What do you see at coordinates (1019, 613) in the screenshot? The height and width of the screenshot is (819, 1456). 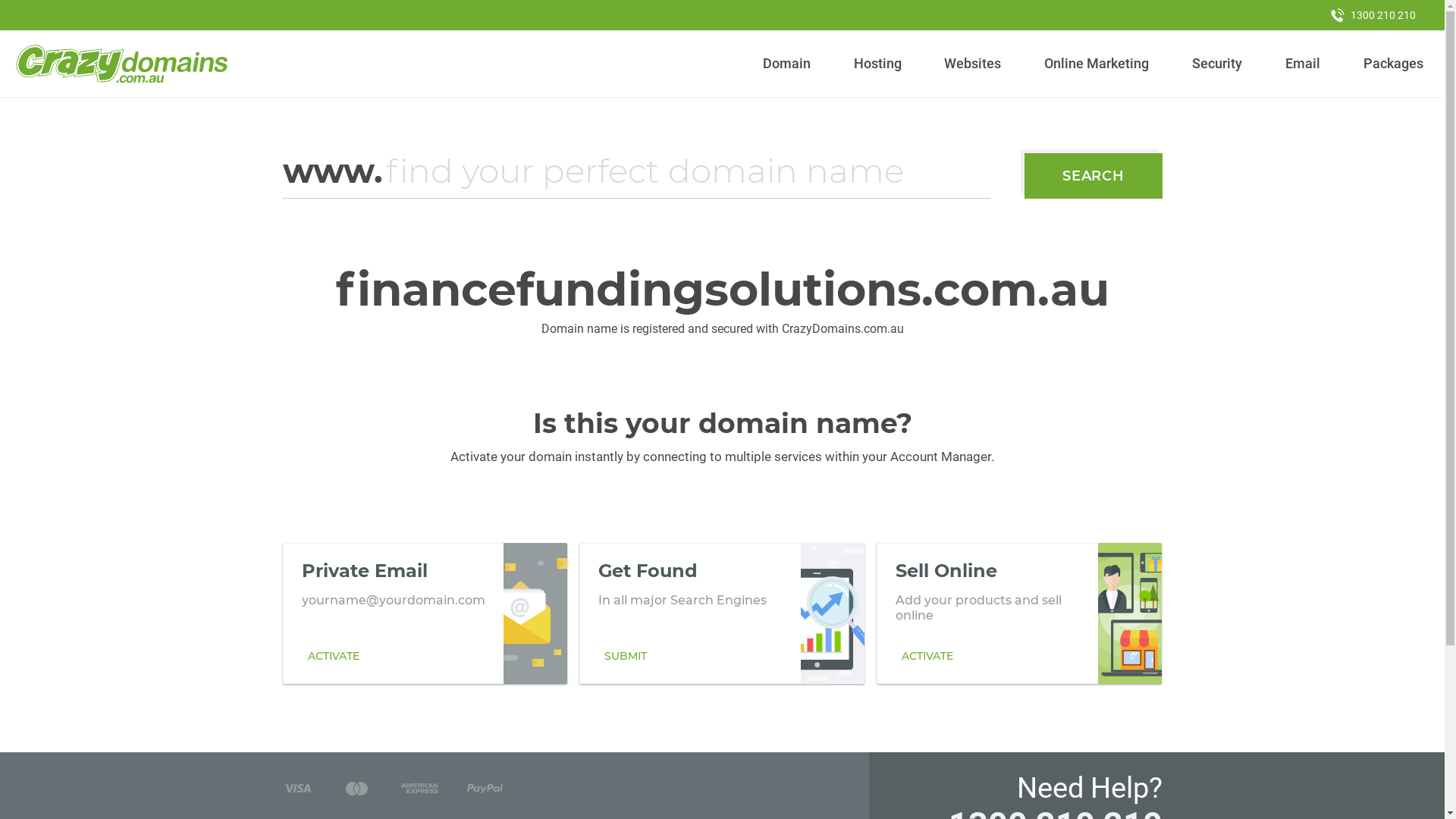 I see `'Sell Online` at bounding box center [1019, 613].